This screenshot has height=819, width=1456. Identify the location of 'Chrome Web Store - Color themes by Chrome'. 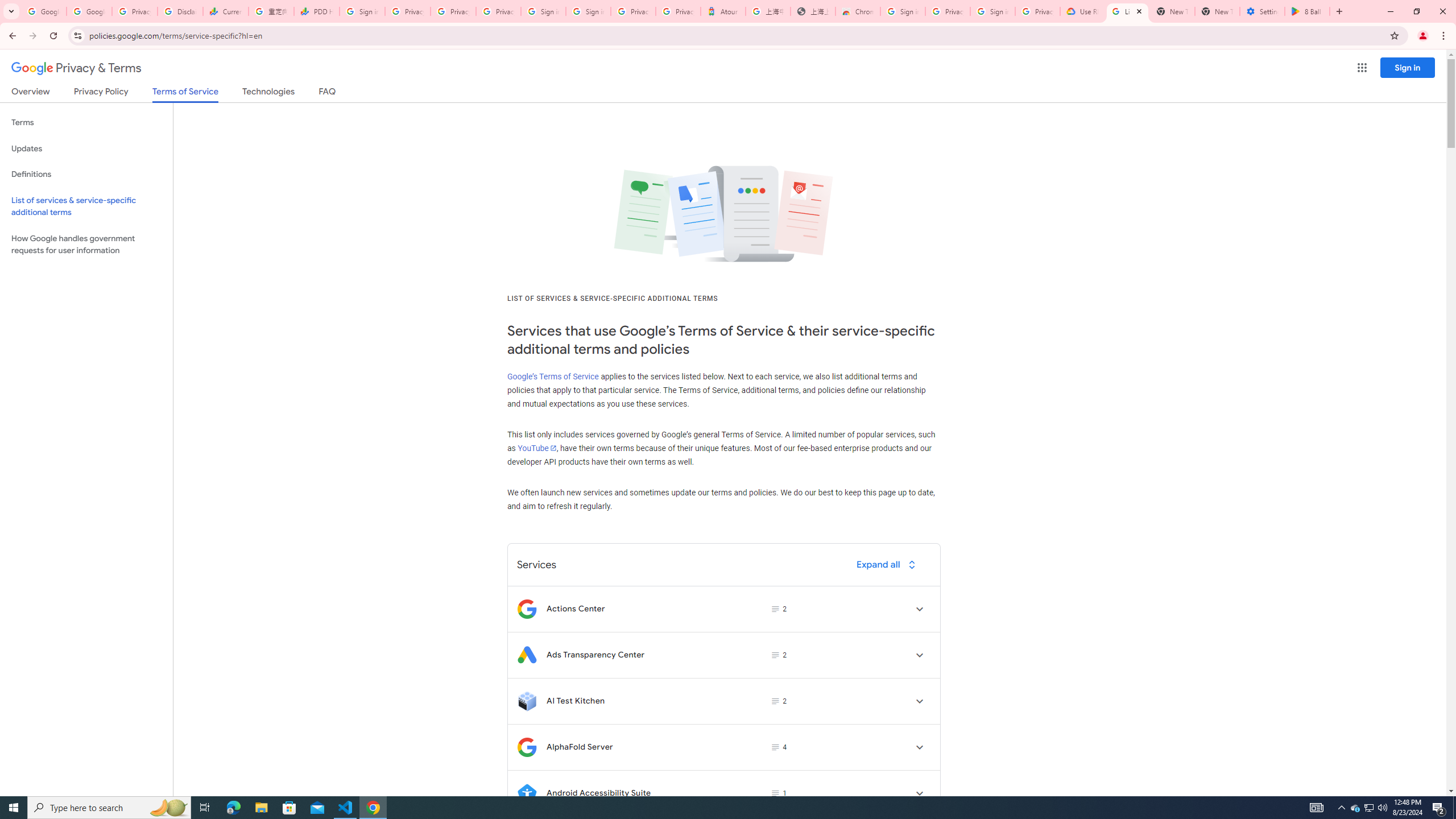
(857, 11).